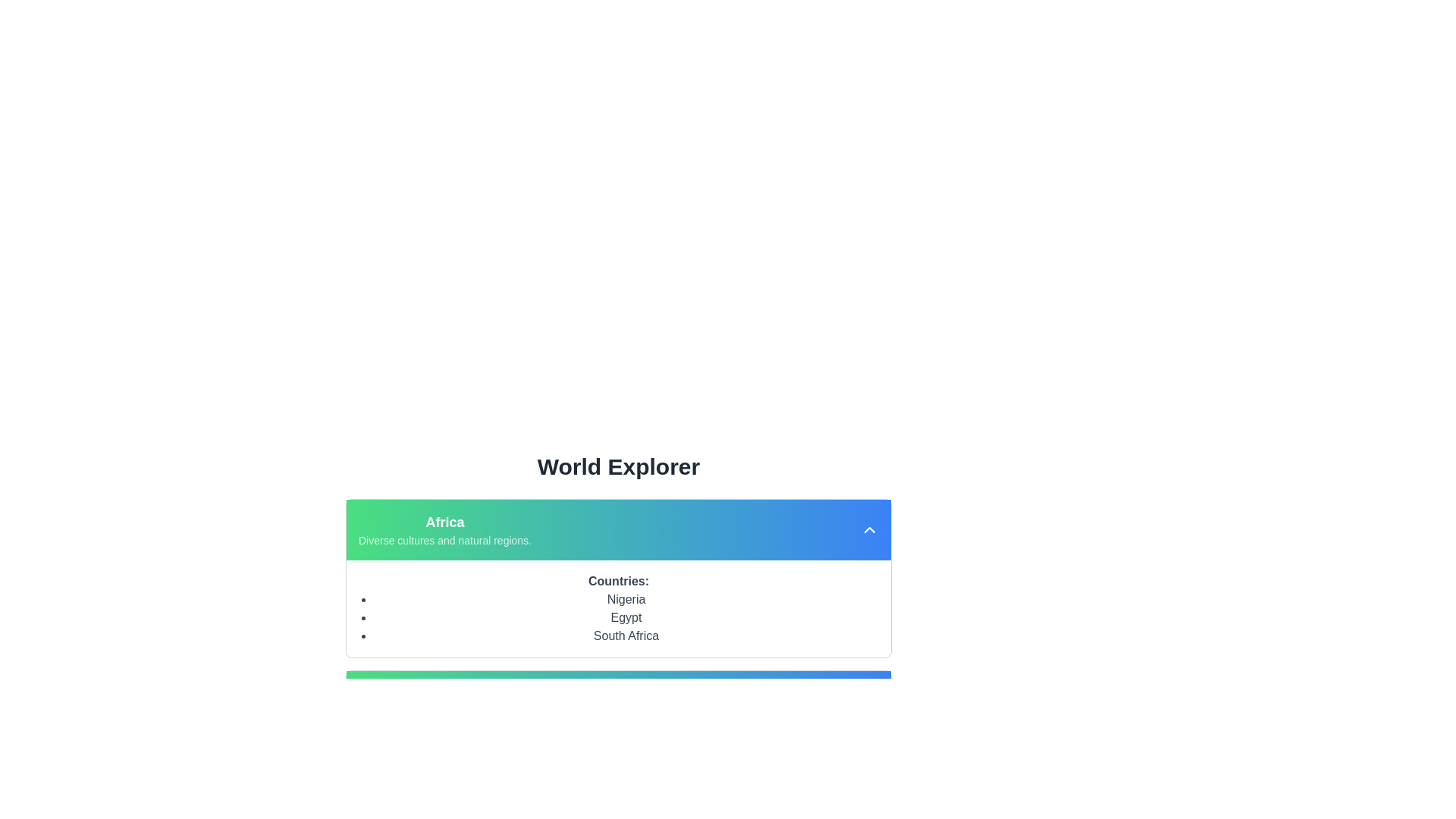  What do you see at coordinates (444, 540) in the screenshot?
I see `the text label reading 'Diverse cultures and natural regions.' which is positioned below the 'Africa' label in the 'World Explorer' section` at bounding box center [444, 540].